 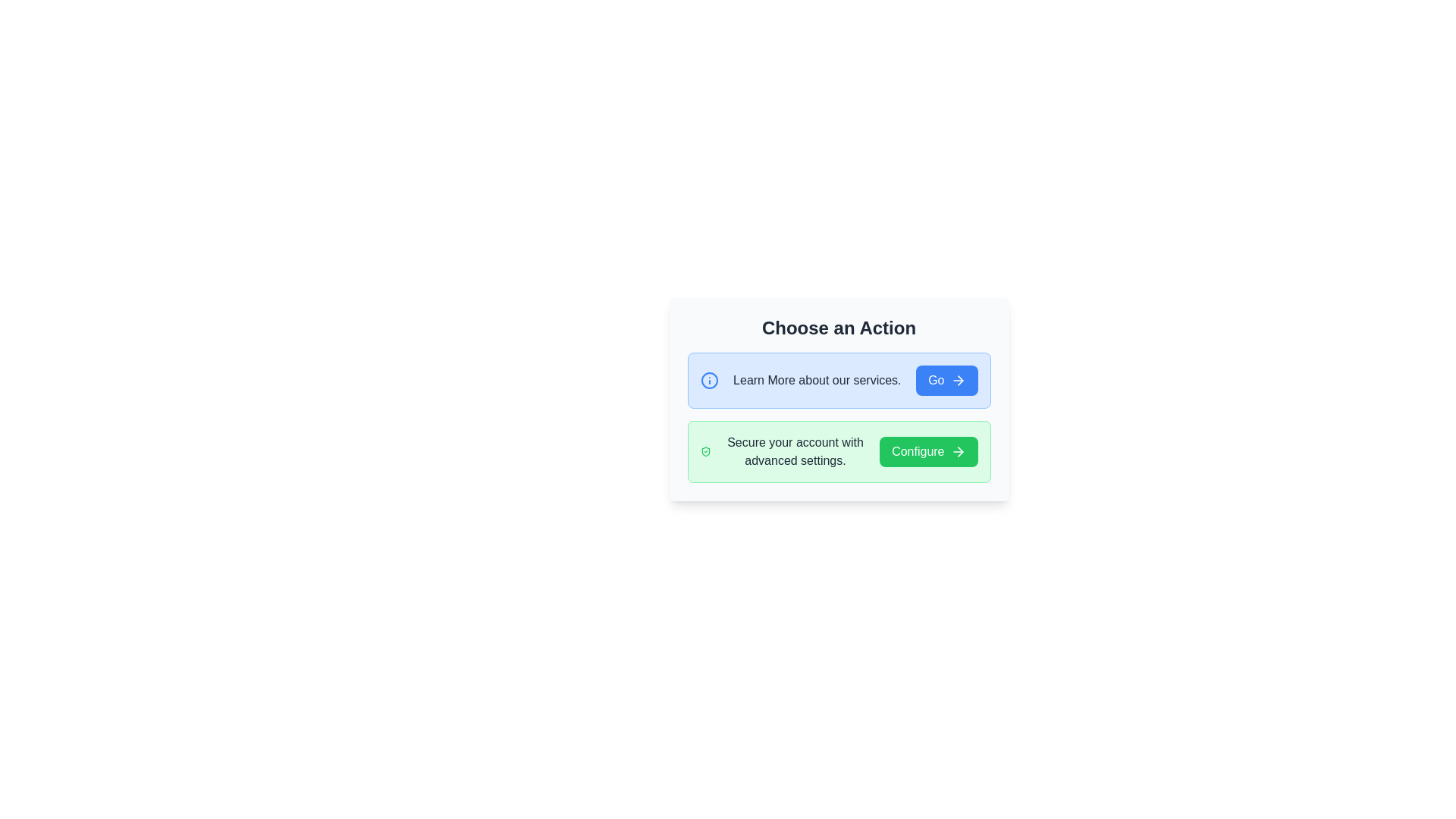 I want to click on the informational text label located in the green section beneath the title 'Choose an Action', positioned to the left of the 'Configure' button and next to the shield icon, so click(x=795, y=451).